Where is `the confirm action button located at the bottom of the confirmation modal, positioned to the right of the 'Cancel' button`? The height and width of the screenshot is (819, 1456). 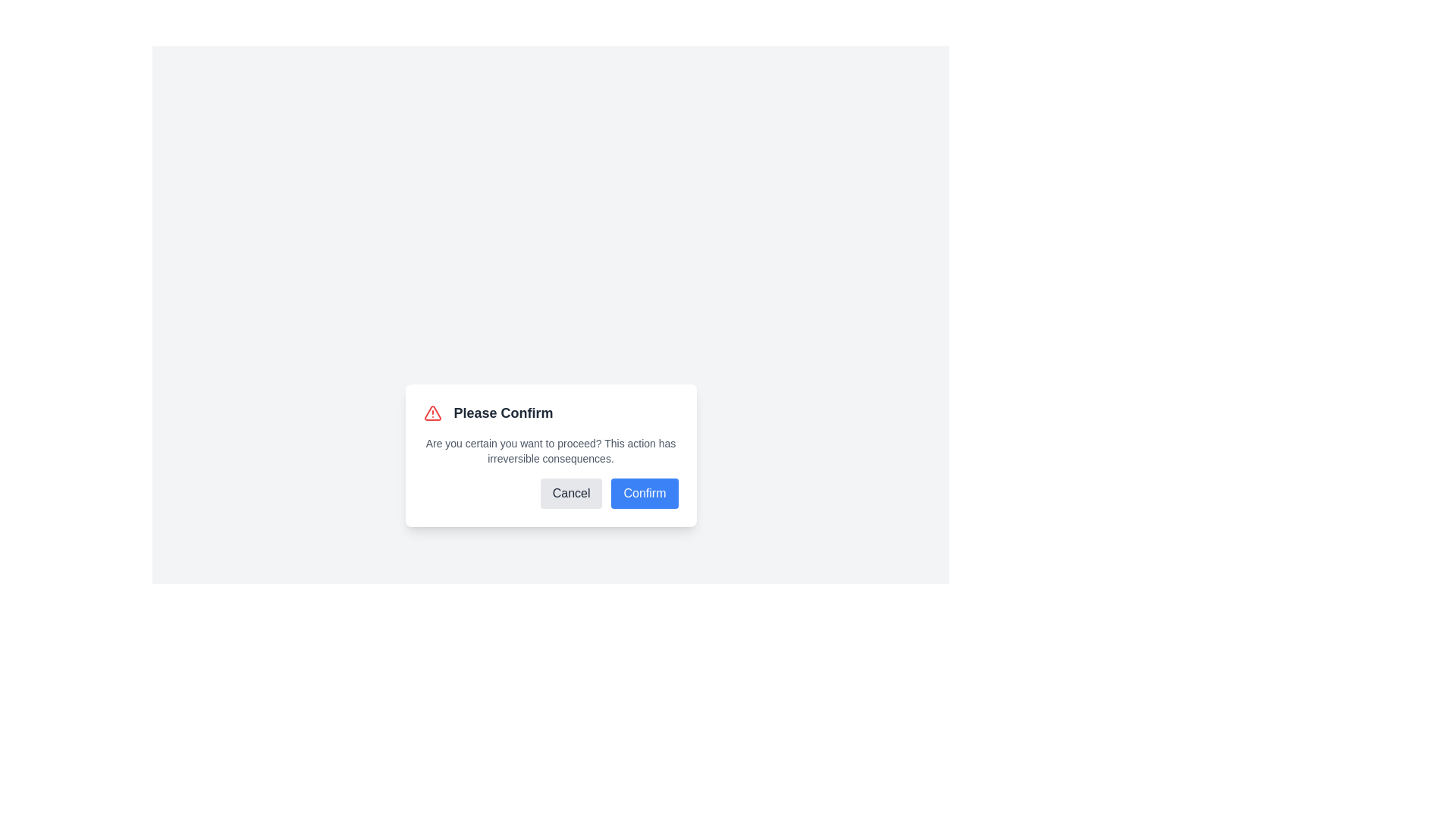 the confirm action button located at the bottom of the confirmation modal, positioned to the right of the 'Cancel' button is located at coordinates (645, 494).